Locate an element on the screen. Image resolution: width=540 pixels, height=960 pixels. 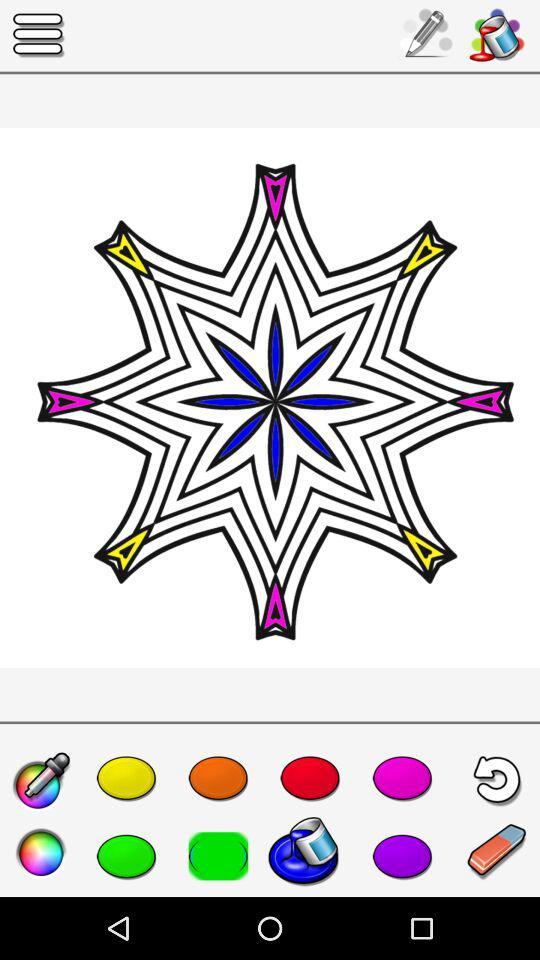
the menu icon is located at coordinates (39, 34).